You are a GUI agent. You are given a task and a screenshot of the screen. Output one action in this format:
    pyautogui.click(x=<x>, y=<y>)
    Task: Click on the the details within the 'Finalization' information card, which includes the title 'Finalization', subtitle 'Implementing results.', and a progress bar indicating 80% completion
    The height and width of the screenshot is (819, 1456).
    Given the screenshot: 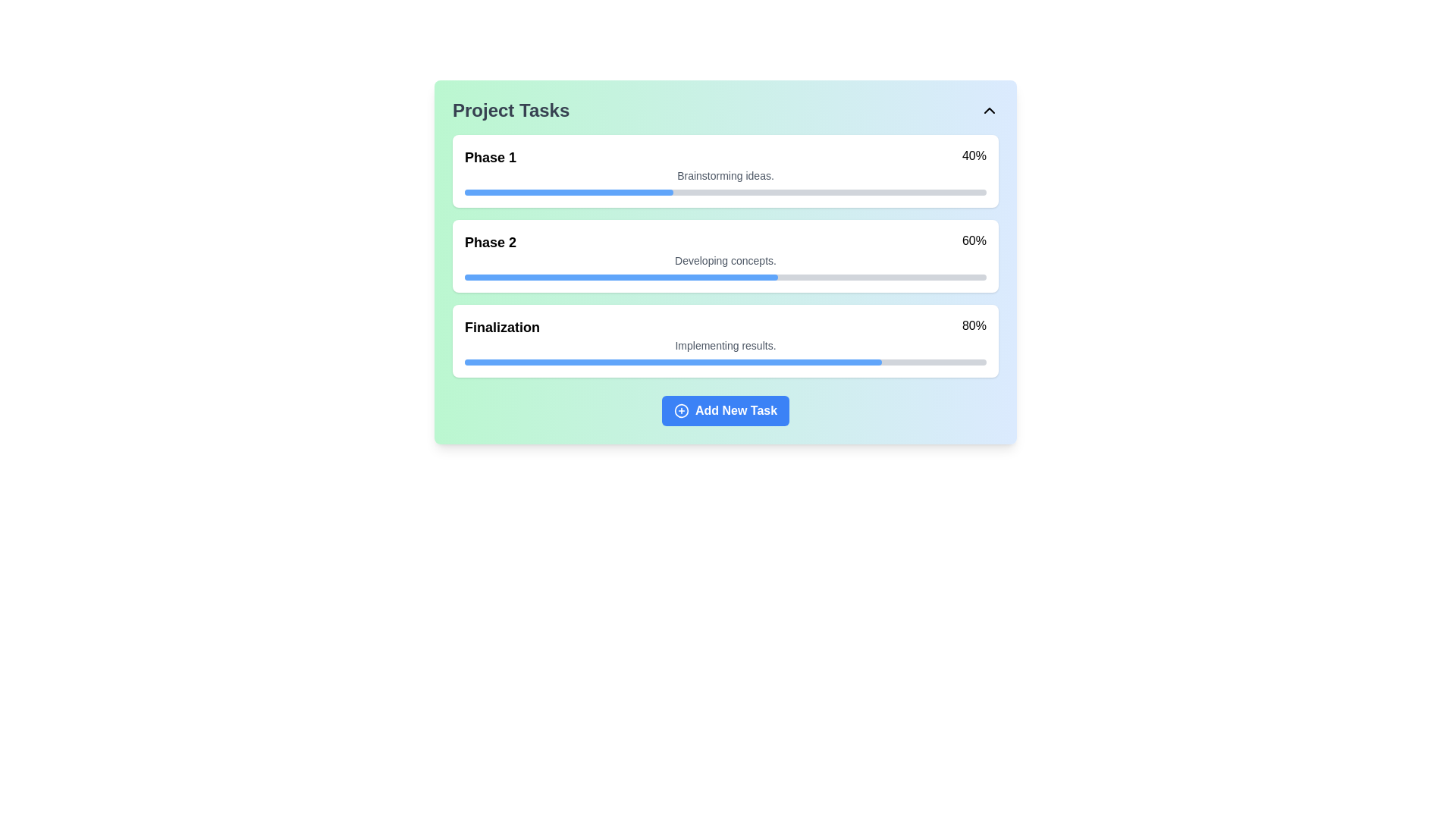 What is the action you would take?
    pyautogui.click(x=724, y=341)
    